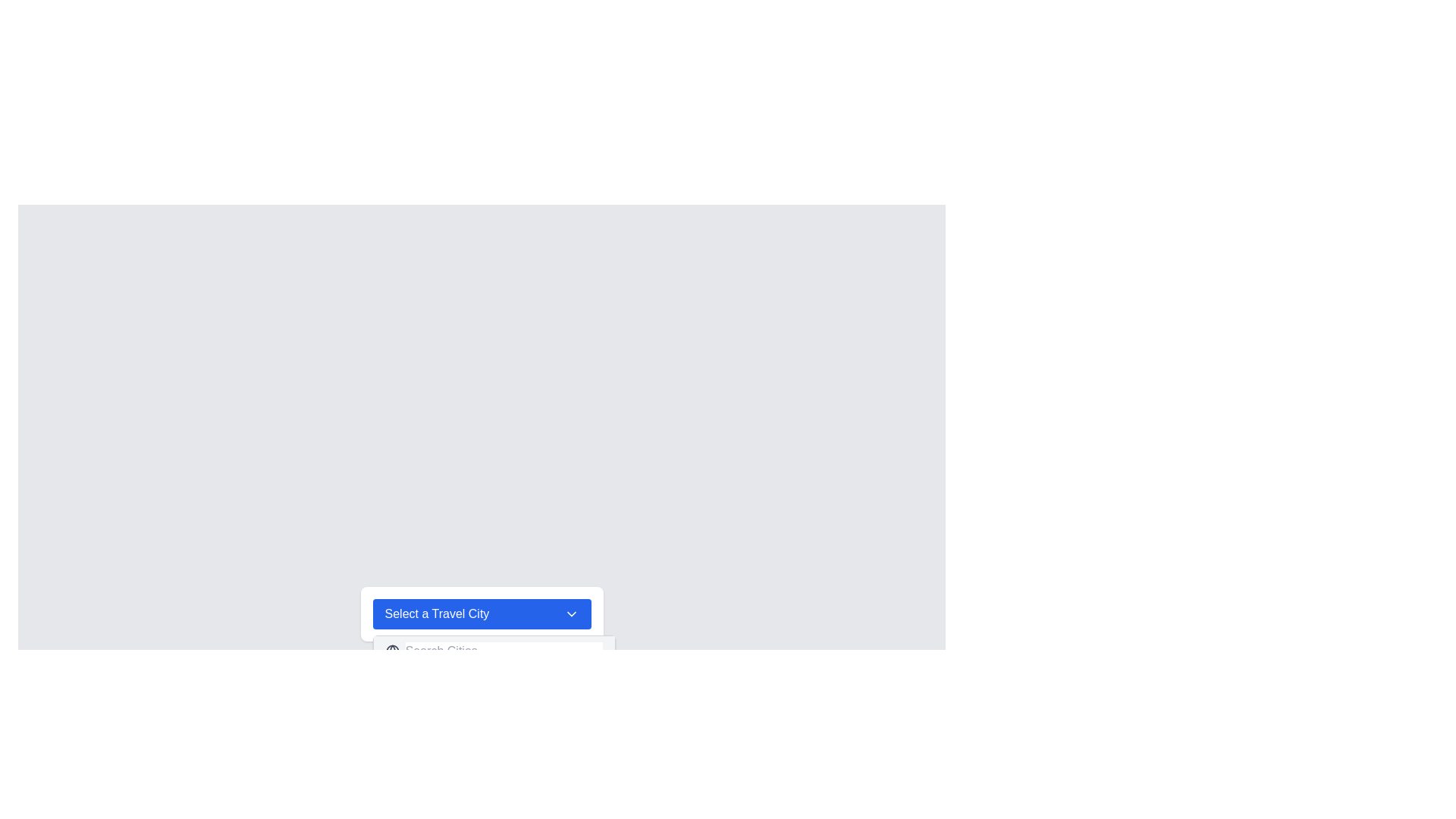 The height and width of the screenshot is (819, 1456). I want to click on the globe icon, which is an SVG representation located to the left of the 'Search Cities' input box on a gray background bar, so click(392, 651).